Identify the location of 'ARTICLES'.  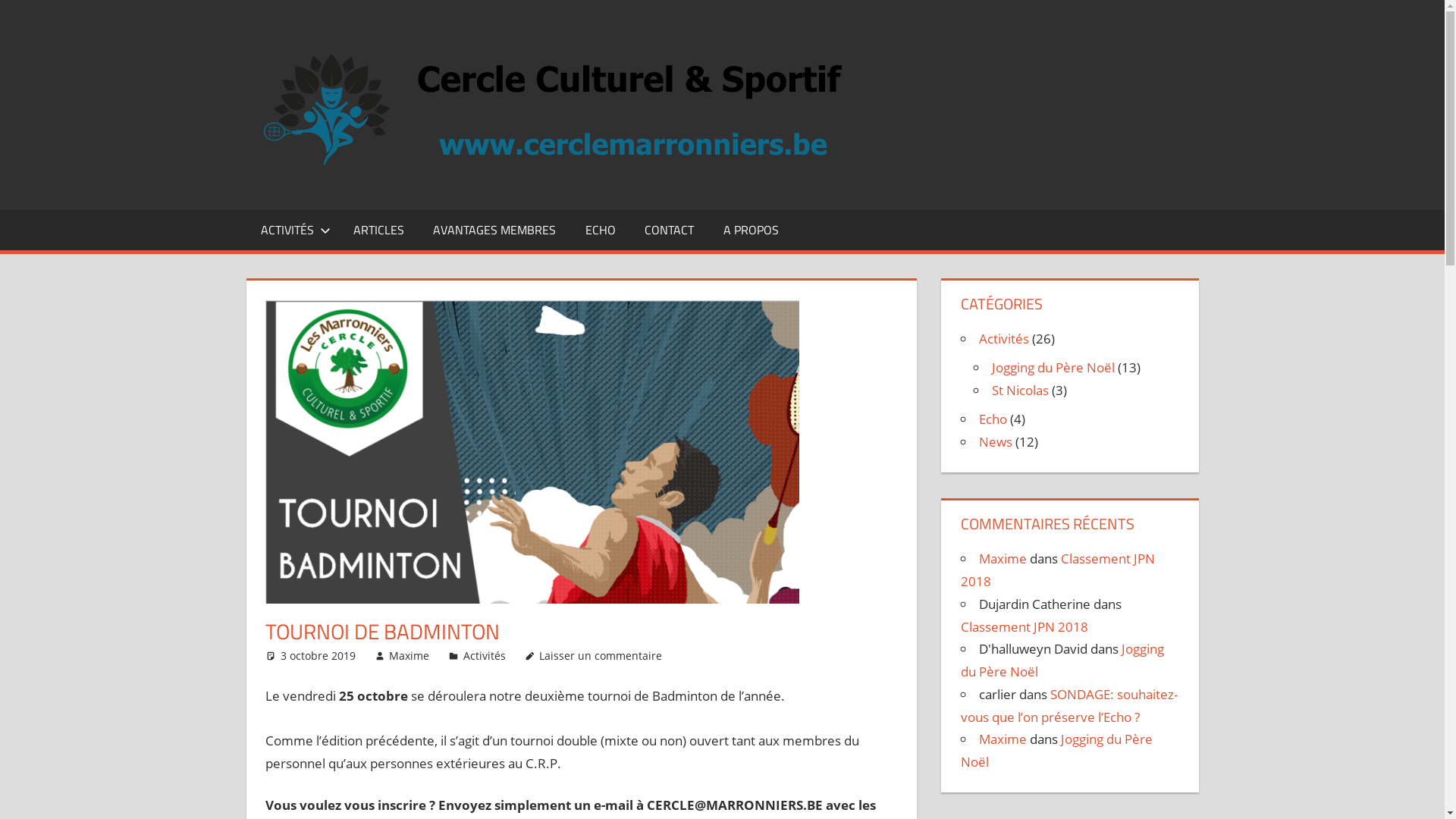
(337, 230).